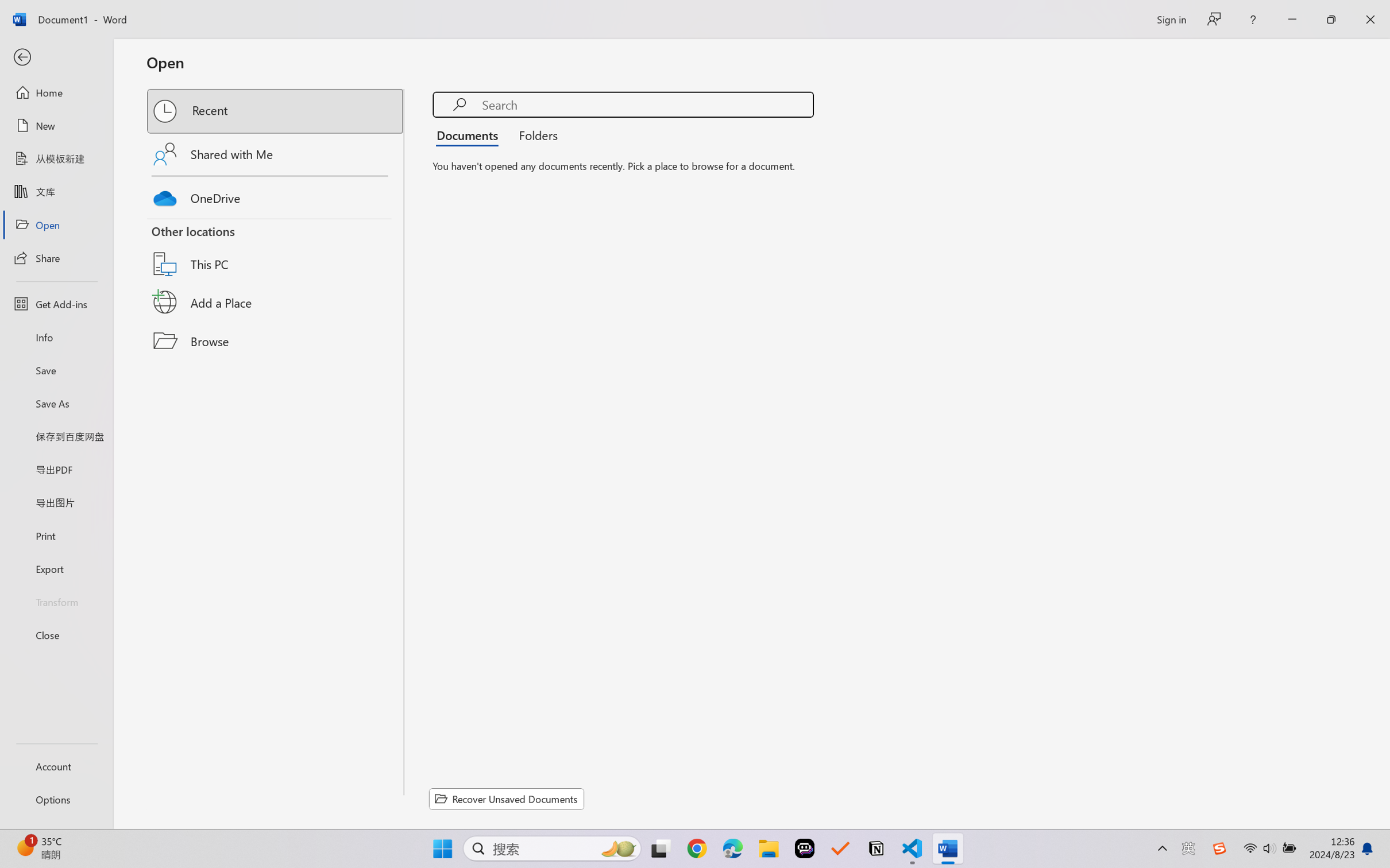 The width and height of the screenshot is (1390, 868). Describe the element at coordinates (56, 799) in the screenshot. I see `'Options'` at that location.